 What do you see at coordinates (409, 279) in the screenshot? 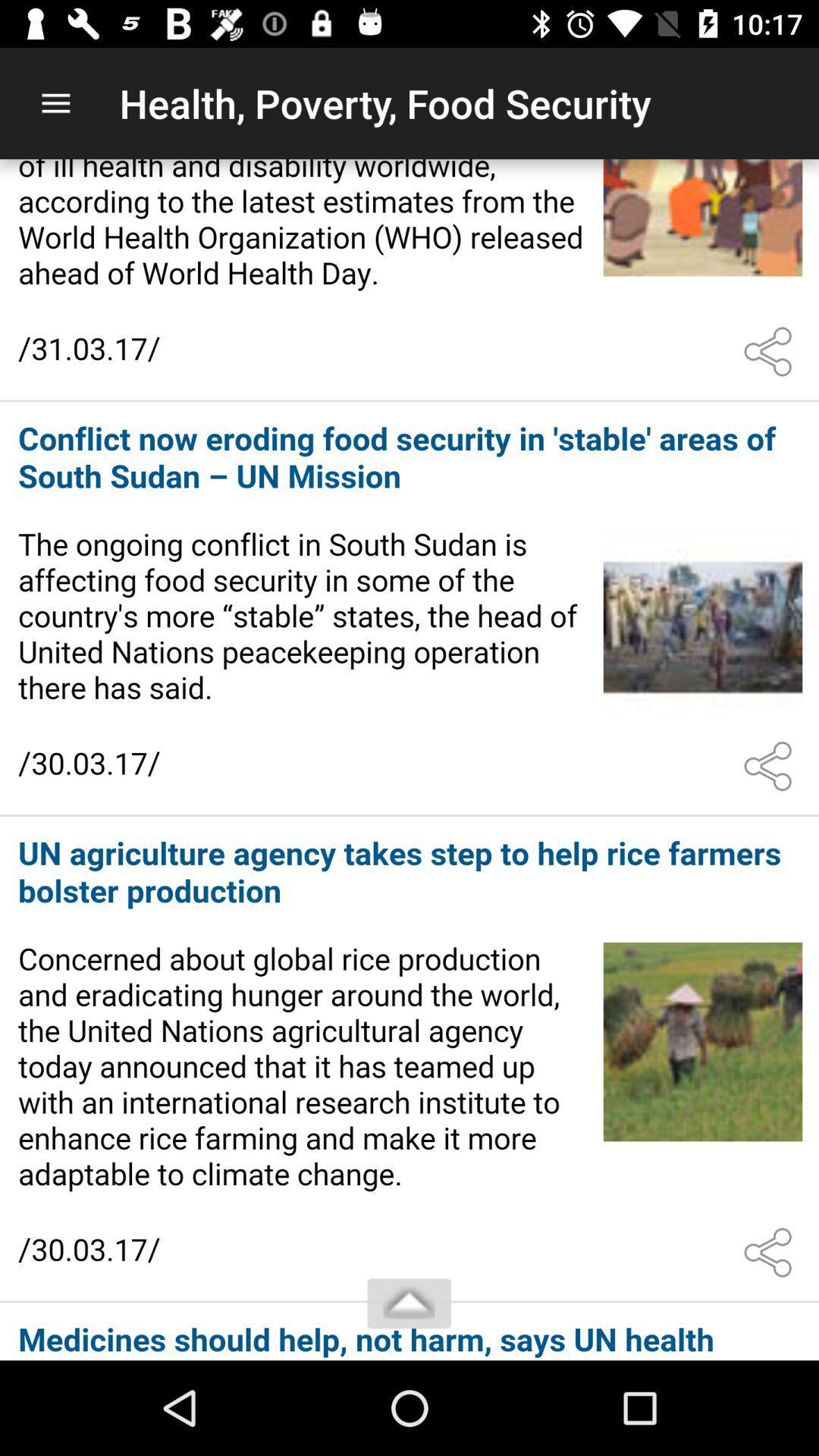
I see `read article` at bounding box center [409, 279].